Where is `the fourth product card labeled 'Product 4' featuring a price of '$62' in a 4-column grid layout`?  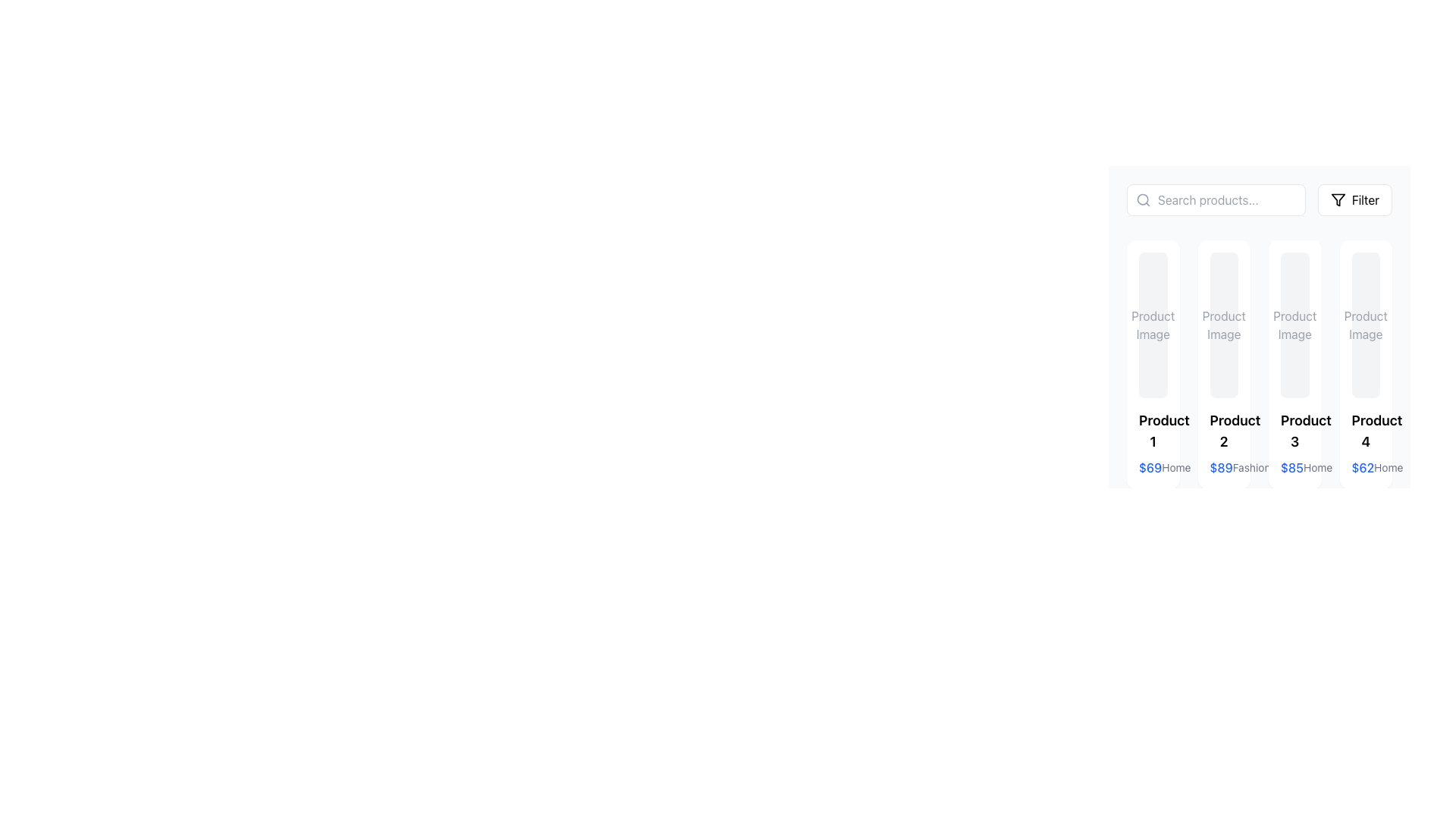 the fourth product card labeled 'Product 4' featuring a price of '$62' in a 4-column grid layout is located at coordinates (1366, 365).